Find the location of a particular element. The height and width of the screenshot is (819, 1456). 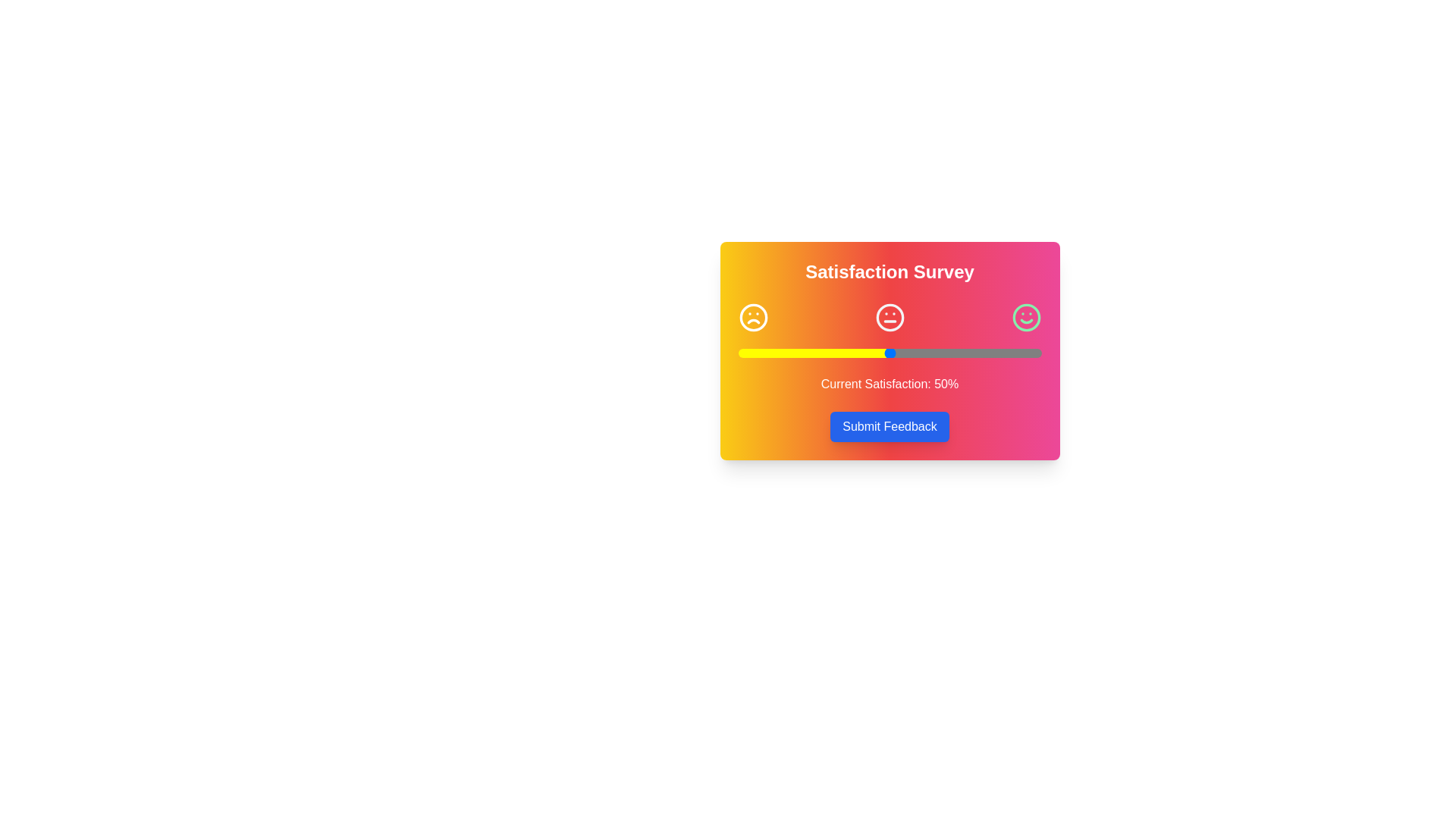

the slider to 6% satisfaction is located at coordinates (756, 353).